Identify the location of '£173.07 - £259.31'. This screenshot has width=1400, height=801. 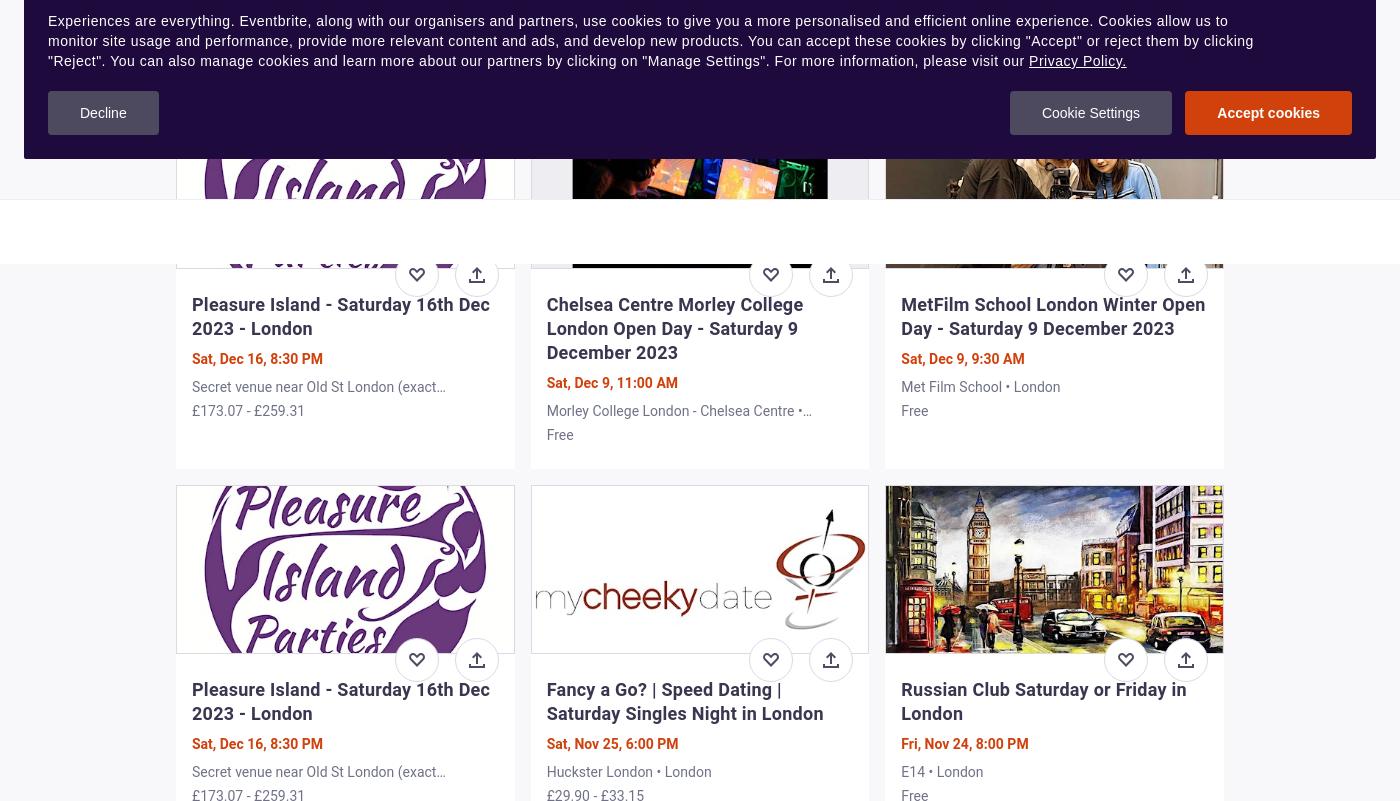
(247, 409).